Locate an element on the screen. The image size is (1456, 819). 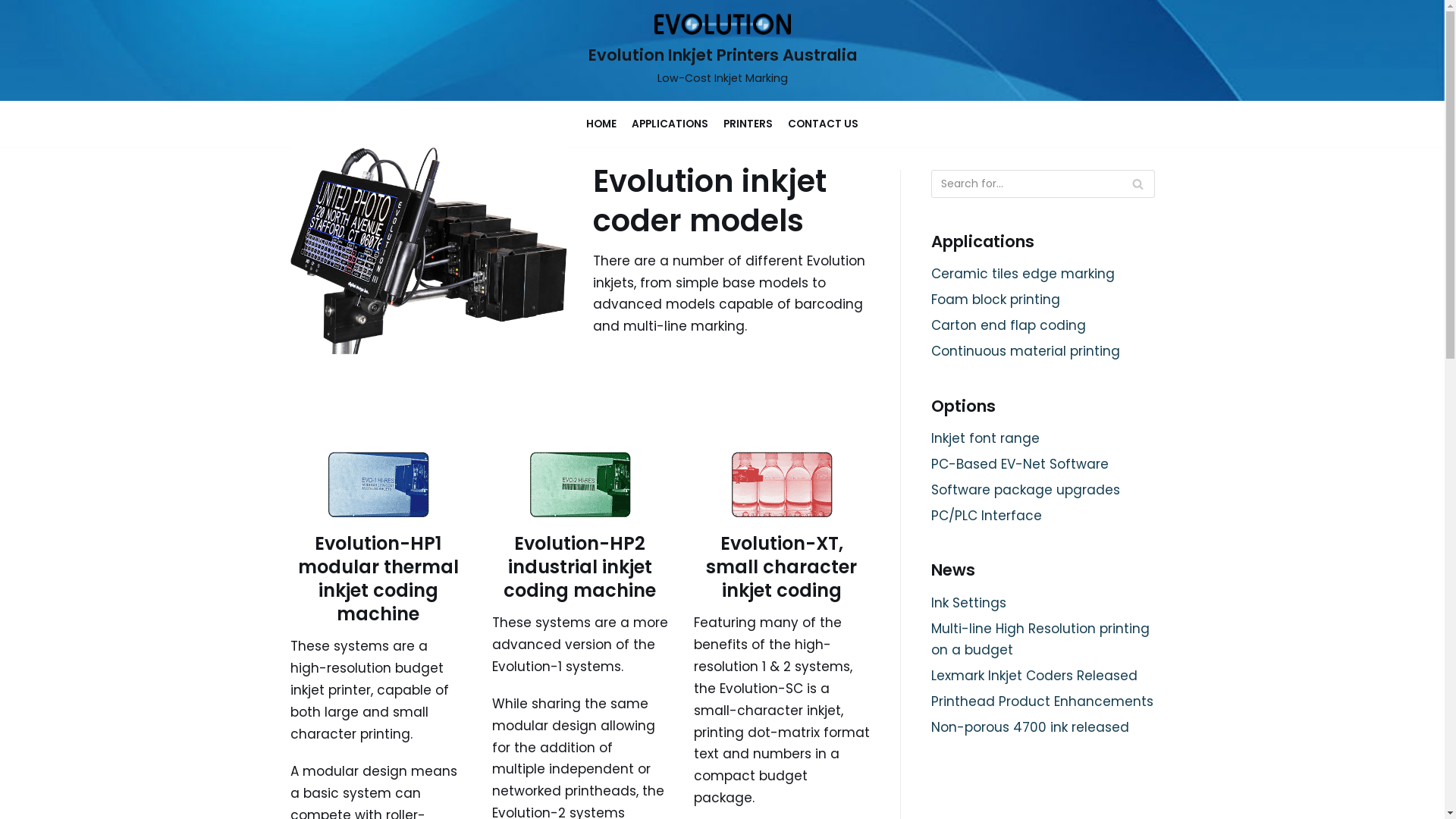
'Printhead Product Enhancements' is located at coordinates (1041, 701).